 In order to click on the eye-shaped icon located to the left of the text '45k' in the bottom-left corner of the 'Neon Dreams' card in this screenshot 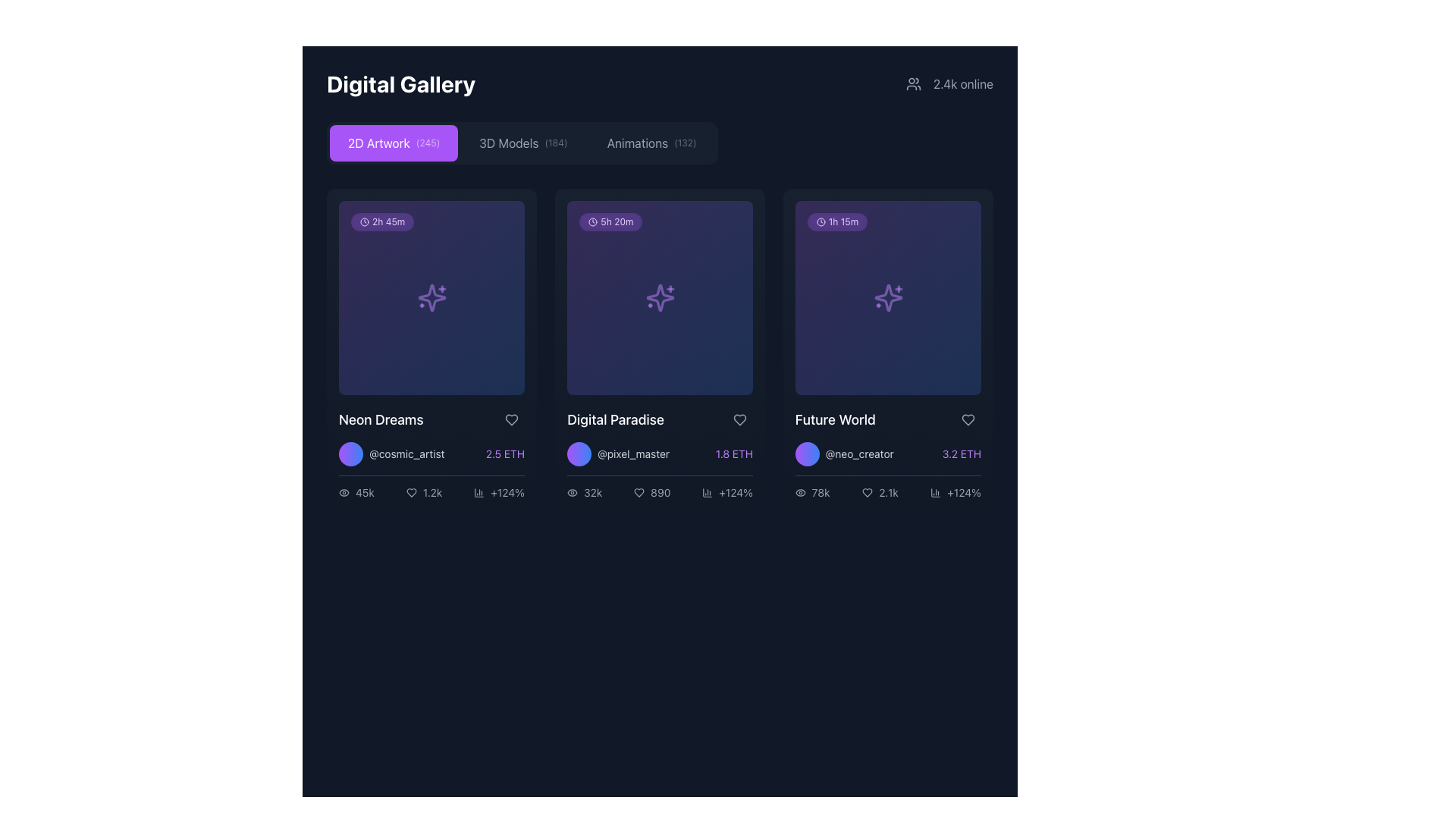, I will do `click(344, 493)`.